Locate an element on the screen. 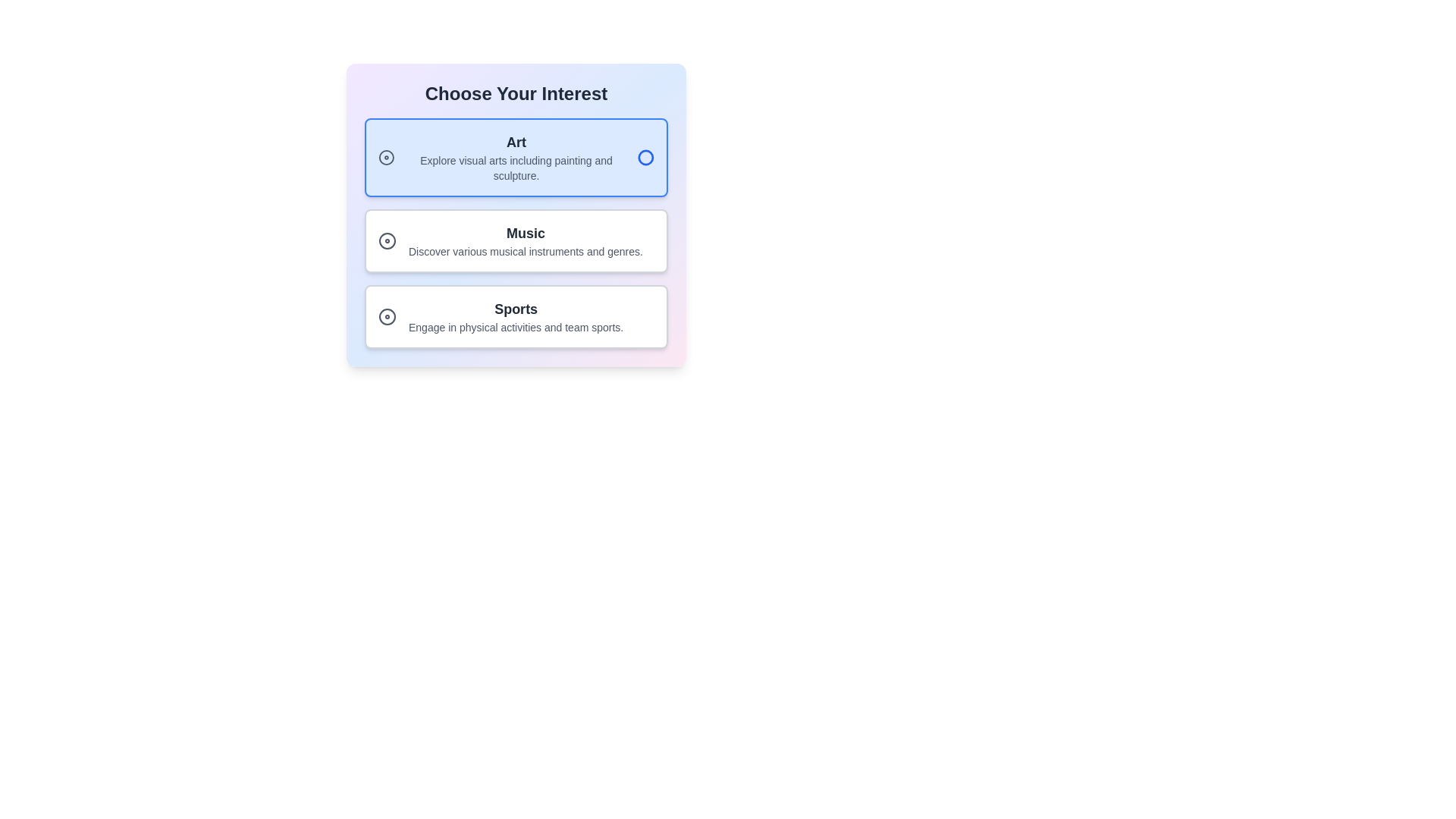 The width and height of the screenshot is (1456, 819). the second selectable item labeled 'Music' is located at coordinates (526, 240).